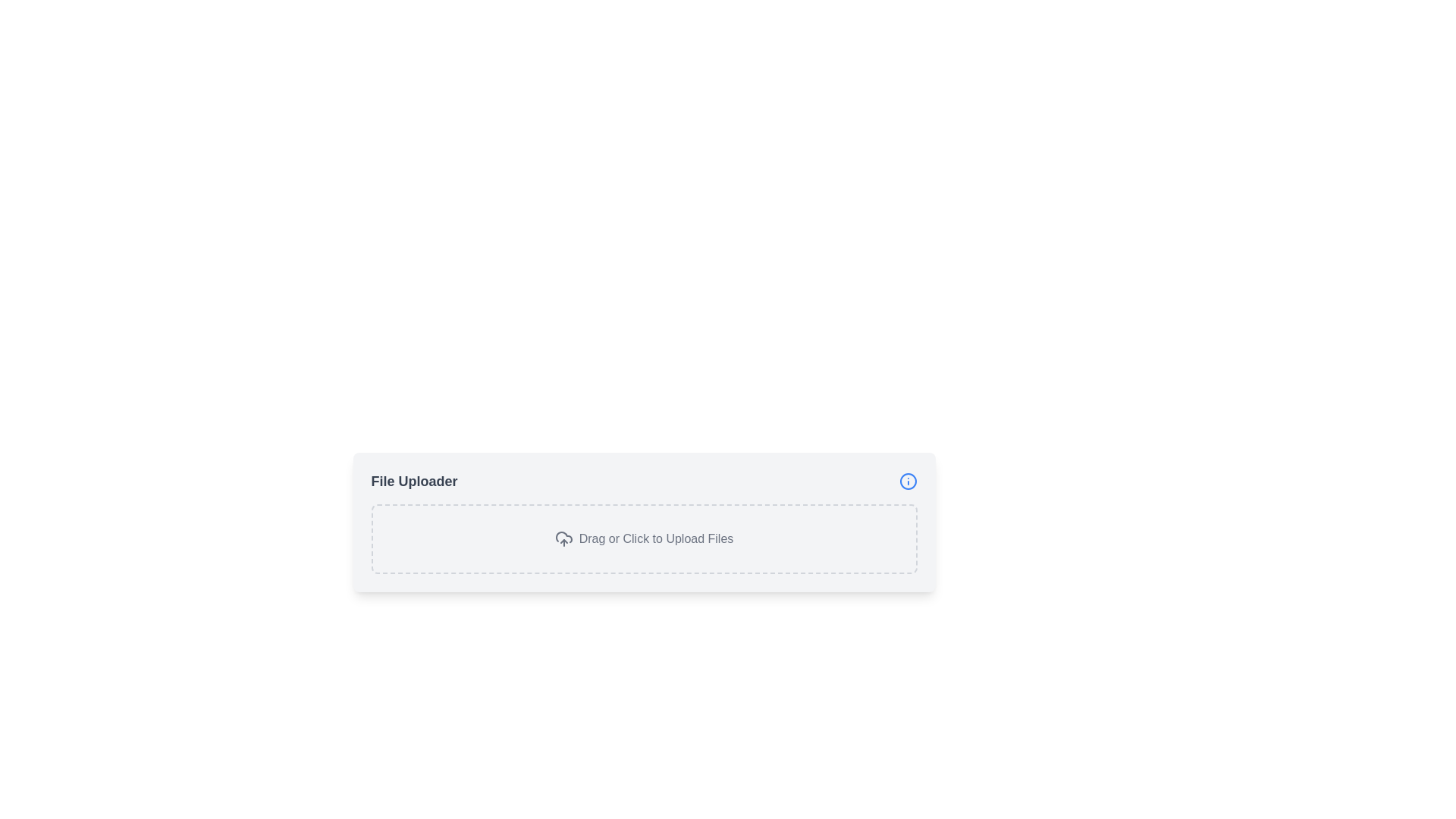  Describe the element at coordinates (644, 538) in the screenshot. I see `the File upload area with a dashed border and the text 'Drag or Click to Upload Files'` at that location.